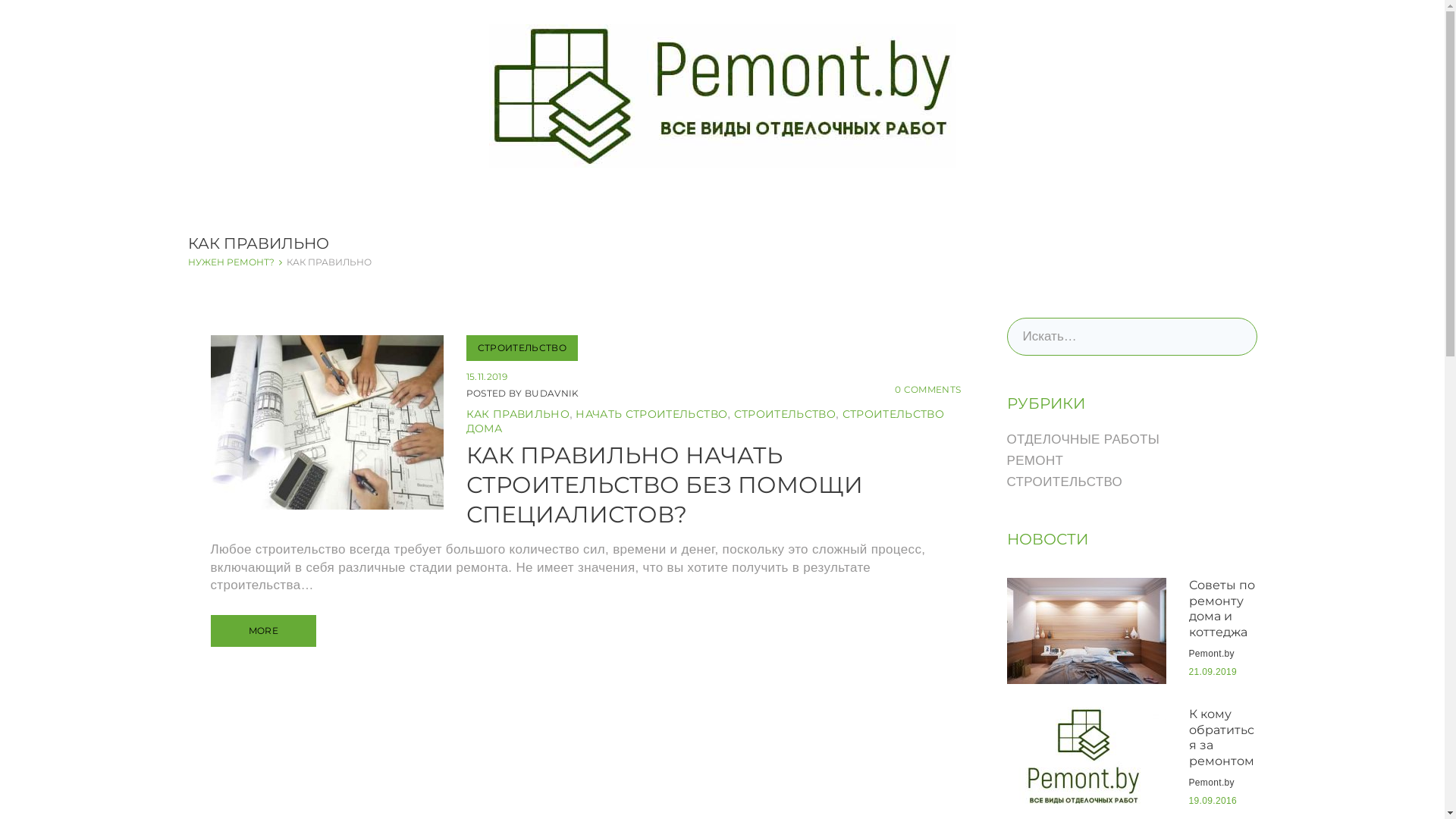 The width and height of the screenshot is (1456, 819). I want to click on 'MORE', so click(263, 631).